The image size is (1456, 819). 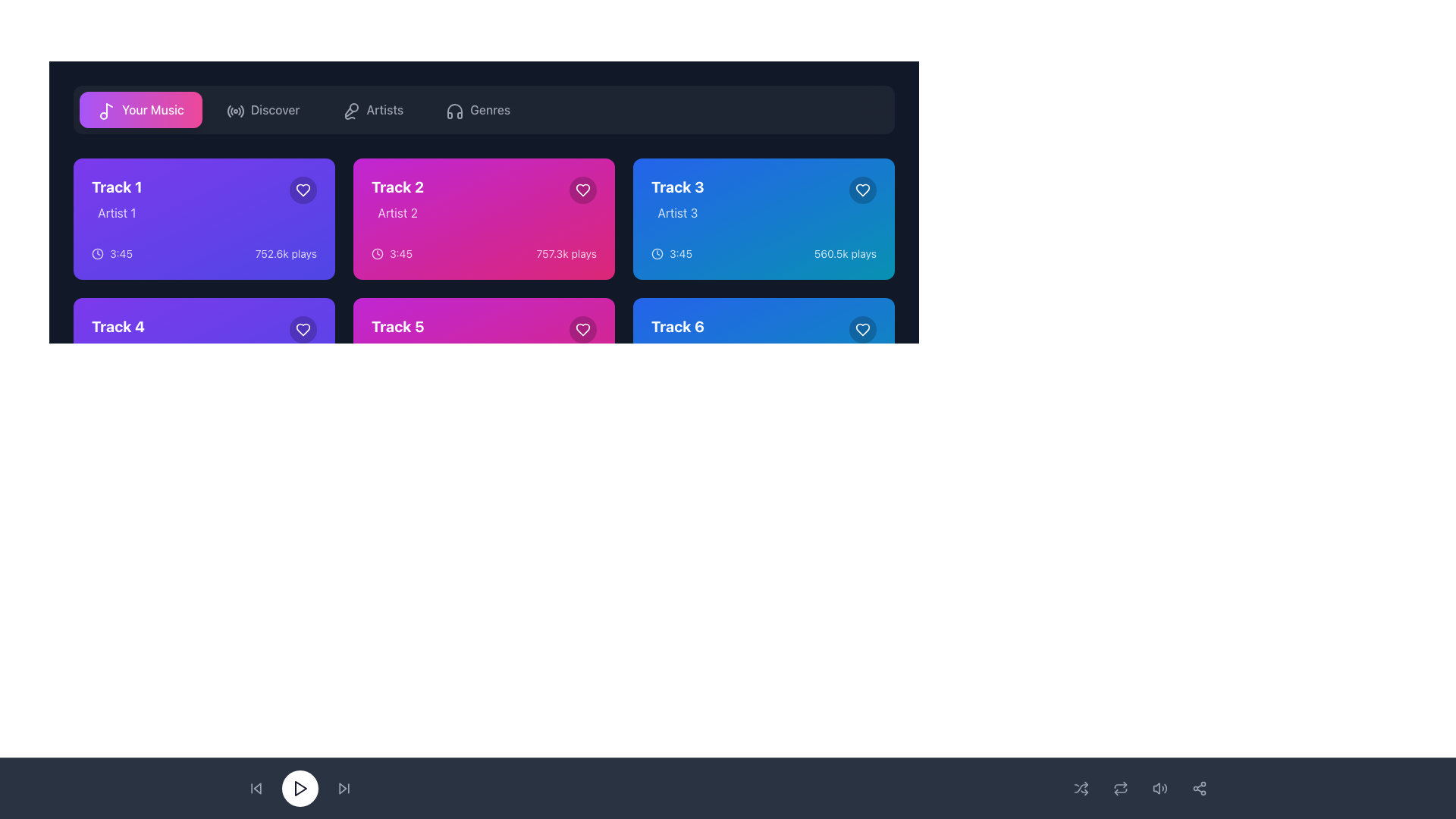 What do you see at coordinates (301, 788) in the screenshot?
I see `the triangular play icon located within the circular button at the bottom center of the interface to play content` at bounding box center [301, 788].